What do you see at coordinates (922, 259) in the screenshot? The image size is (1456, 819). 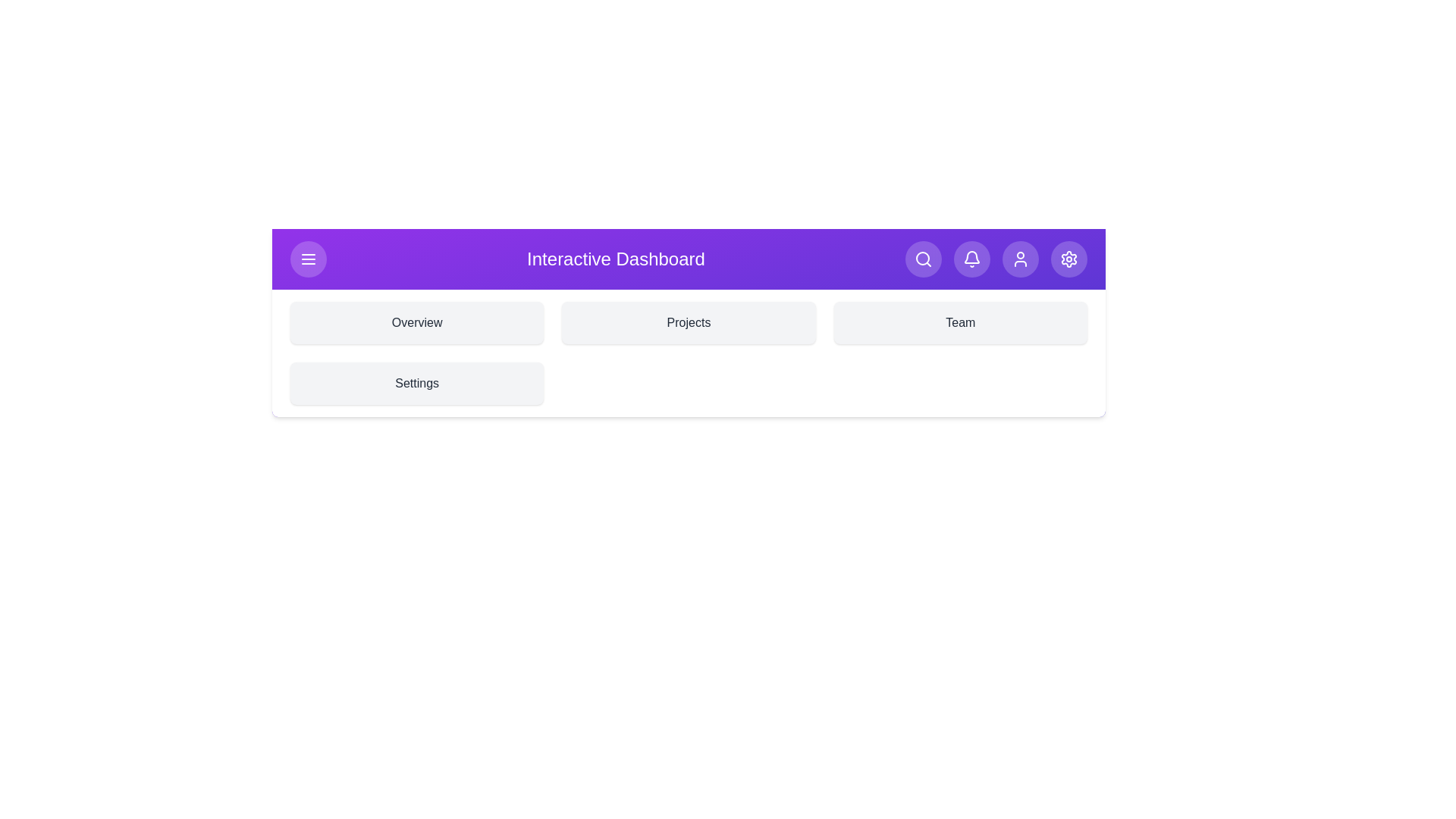 I see `the button labeled Search to observe visual feedback` at bounding box center [922, 259].